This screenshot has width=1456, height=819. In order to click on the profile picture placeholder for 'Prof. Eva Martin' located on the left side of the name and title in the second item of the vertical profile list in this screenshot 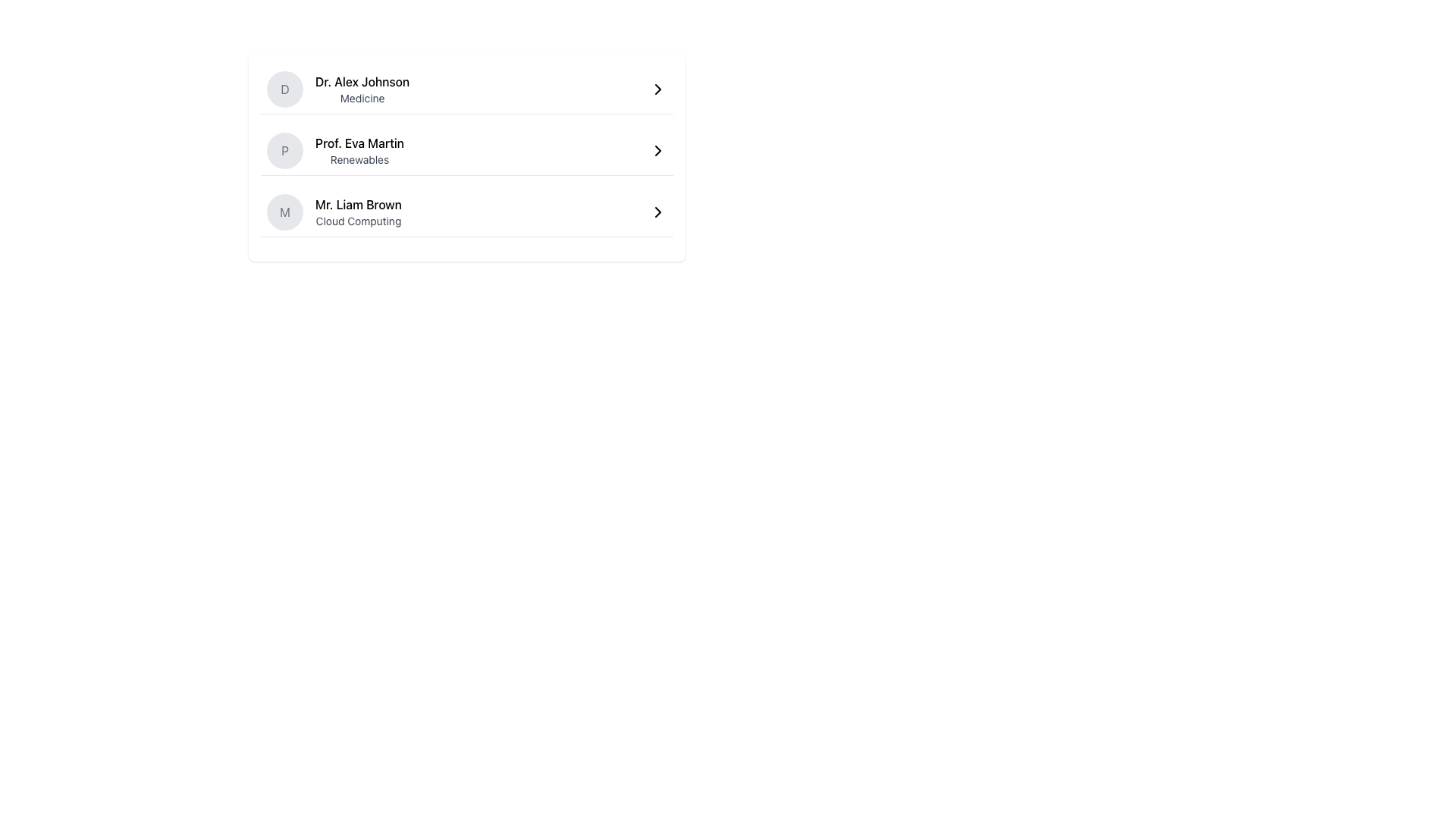, I will do `click(284, 151)`.